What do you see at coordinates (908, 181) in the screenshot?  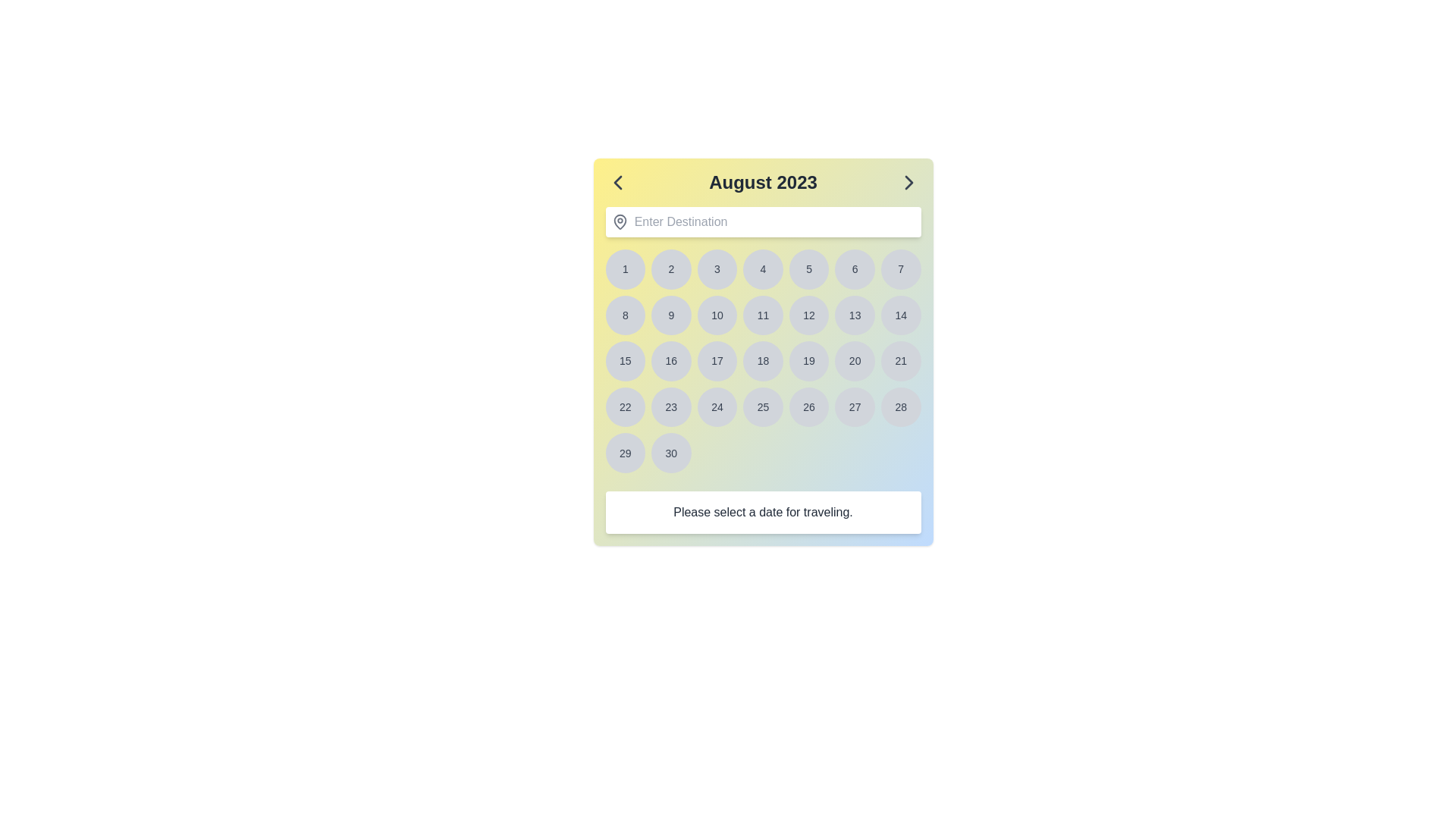 I see `the navigation button located to the right of 'August 2023'` at bounding box center [908, 181].